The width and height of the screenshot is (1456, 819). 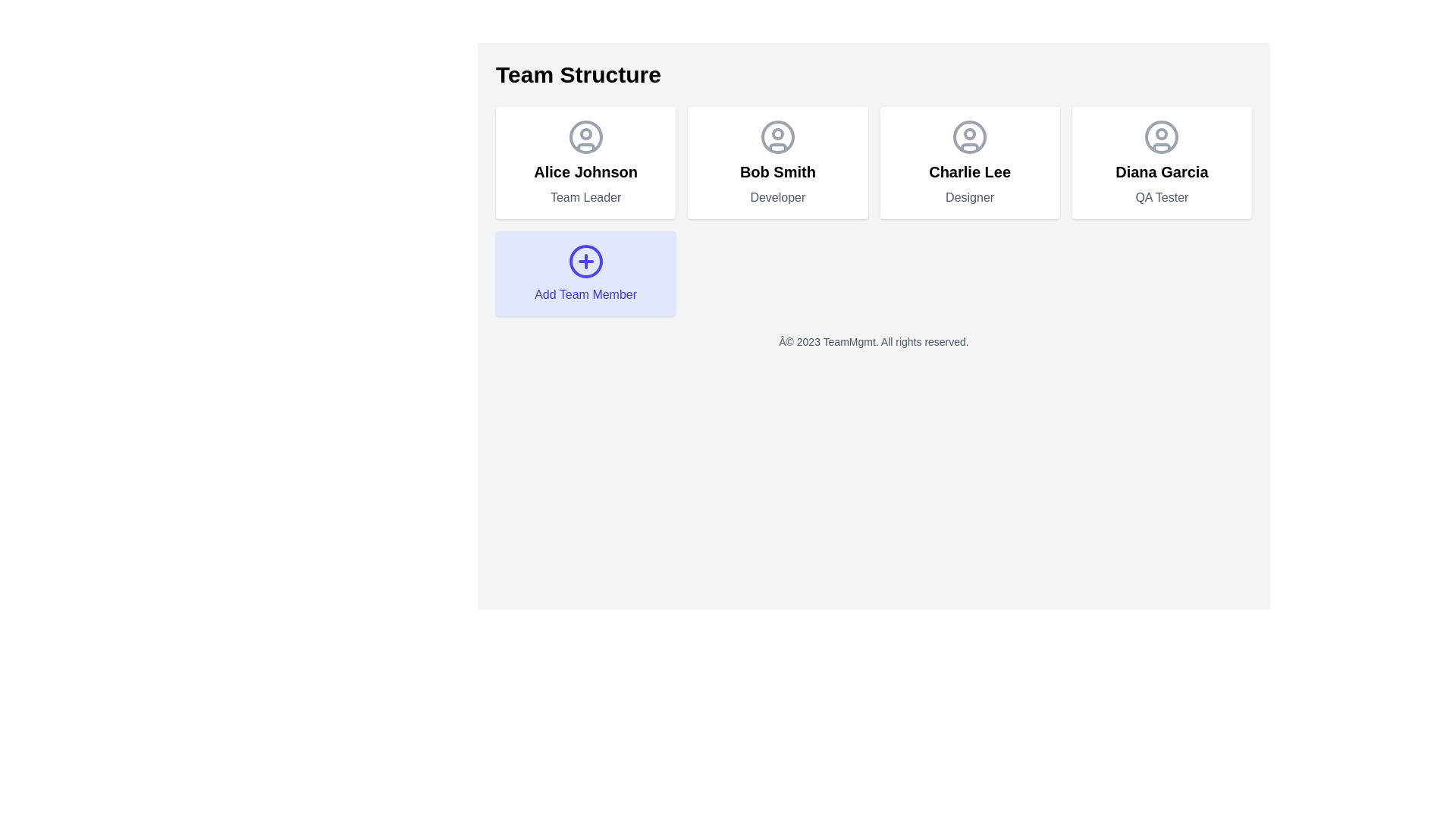 I want to click on the outer boundary of the user avatar icon for 'Diana Garcia - QA Tester', which is the larger circle in the avatar icon, so click(x=1161, y=137).